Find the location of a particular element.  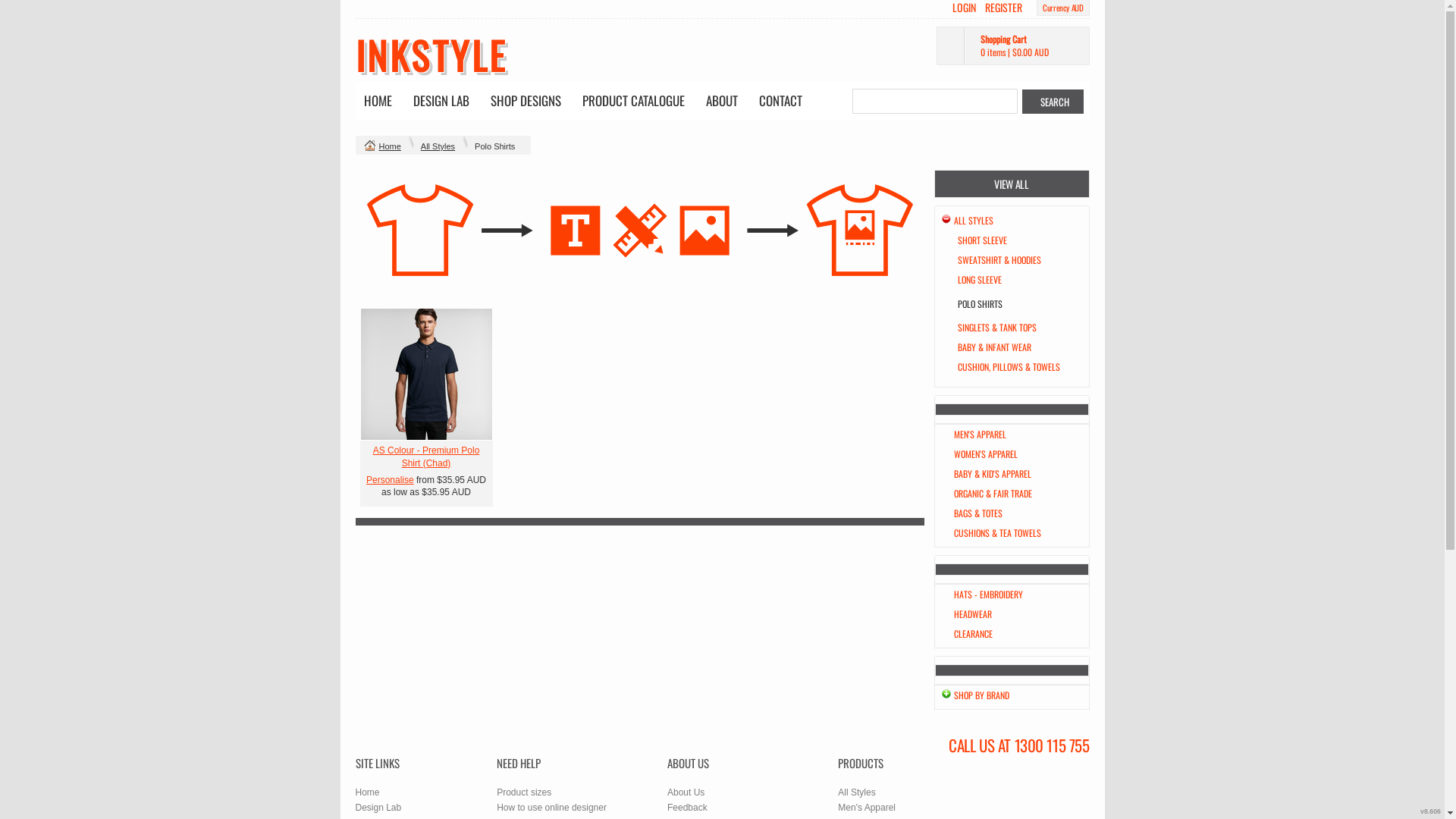

'REGISTER' is located at coordinates (1003, 8).